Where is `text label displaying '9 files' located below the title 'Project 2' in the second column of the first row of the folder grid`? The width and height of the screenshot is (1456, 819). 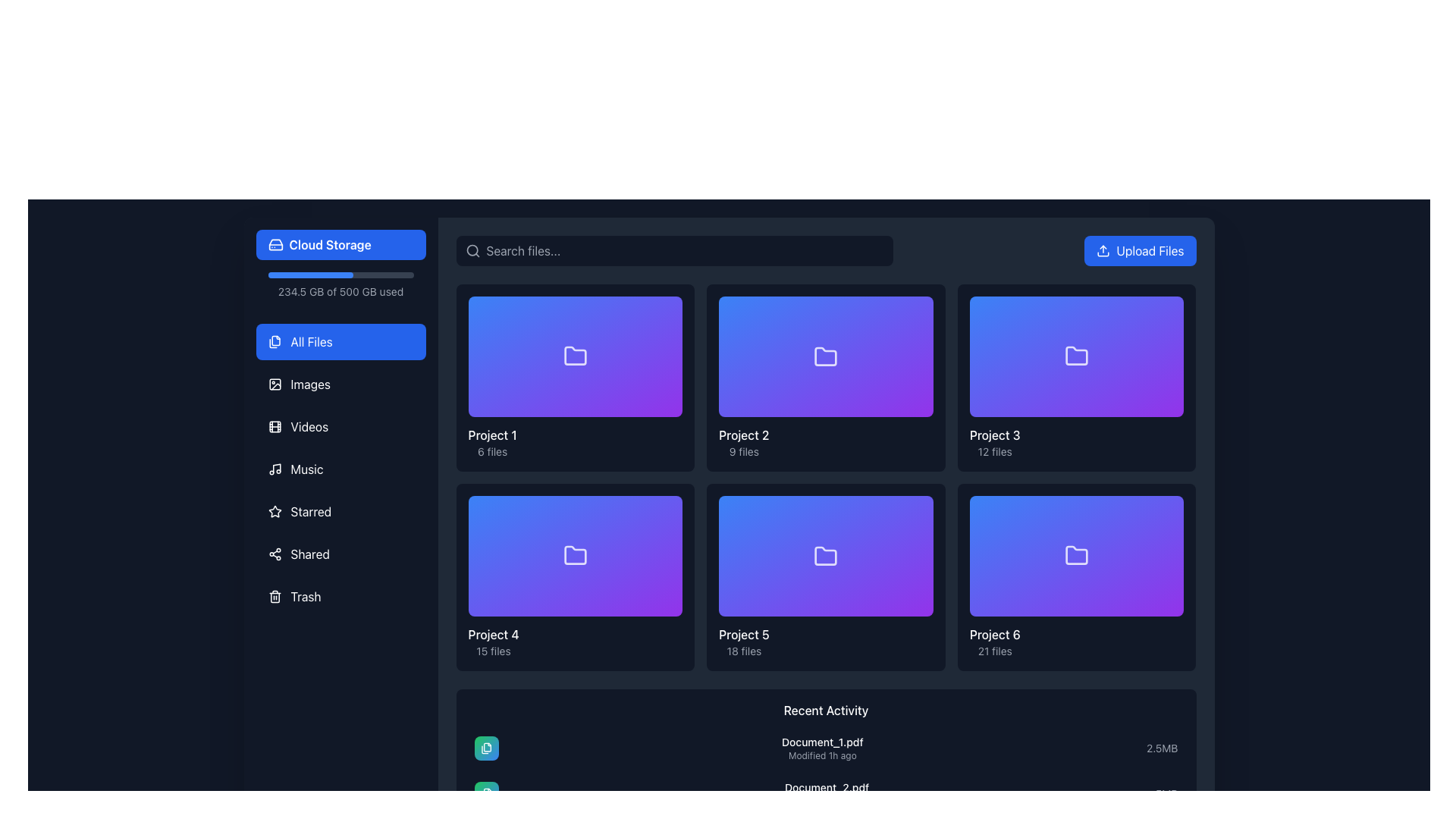 text label displaying '9 files' located below the title 'Project 2' in the second column of the first row of the folder grid is located at coordinates (744, 451).